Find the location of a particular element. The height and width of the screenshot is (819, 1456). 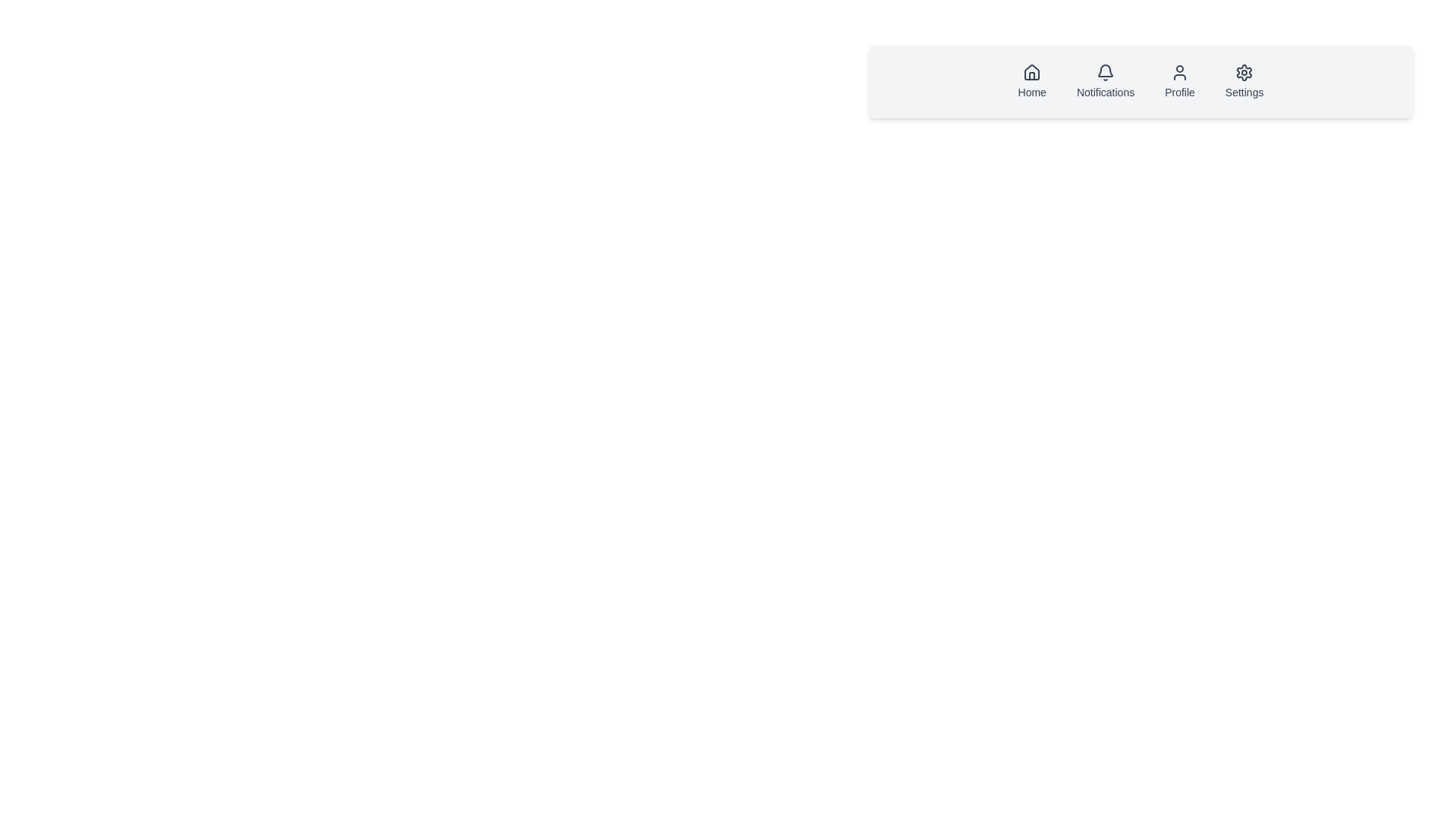

the navigation button located in the horizontal navigation bar, specifically the third button from the left is located at coordinates (1178, 82).